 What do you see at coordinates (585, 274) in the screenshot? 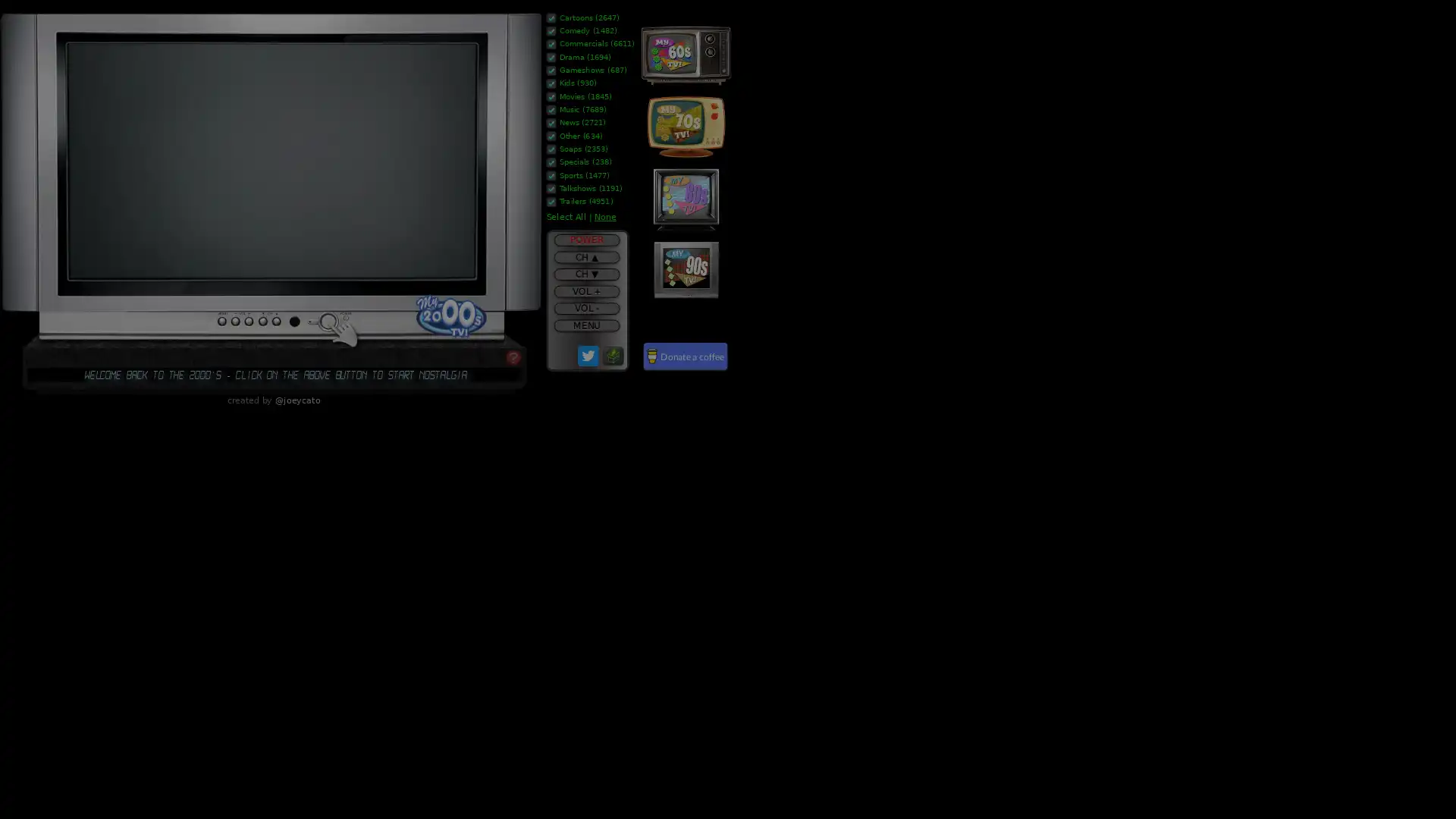
I see `CH` at bounding box center [585, 274].